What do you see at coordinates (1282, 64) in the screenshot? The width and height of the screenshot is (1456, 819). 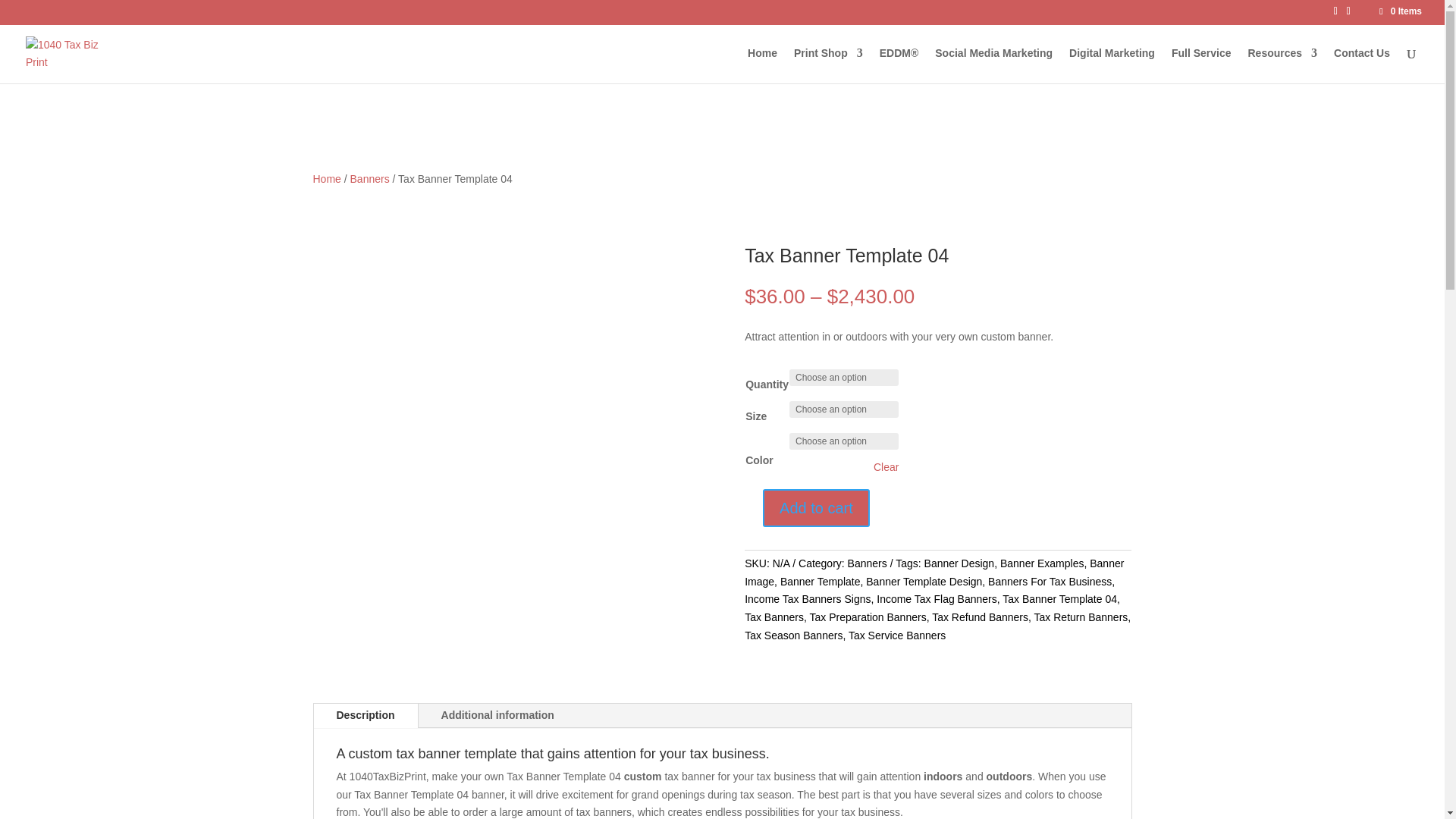 I see `'Resources'` at bounding box center [1282, 64].